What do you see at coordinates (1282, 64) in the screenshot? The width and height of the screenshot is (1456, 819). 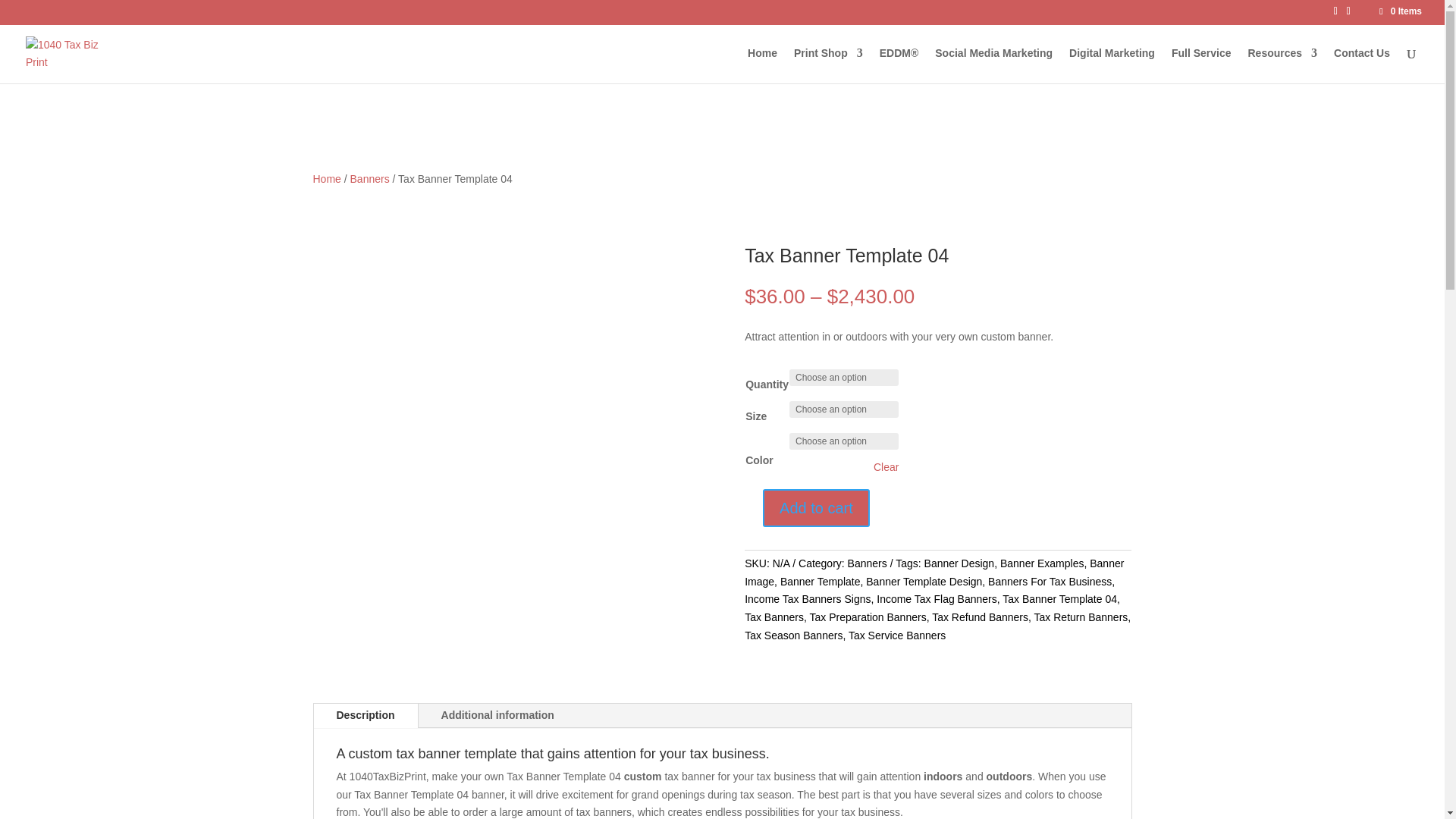 I see `'Resources'` at bounding box center [1282, 64].